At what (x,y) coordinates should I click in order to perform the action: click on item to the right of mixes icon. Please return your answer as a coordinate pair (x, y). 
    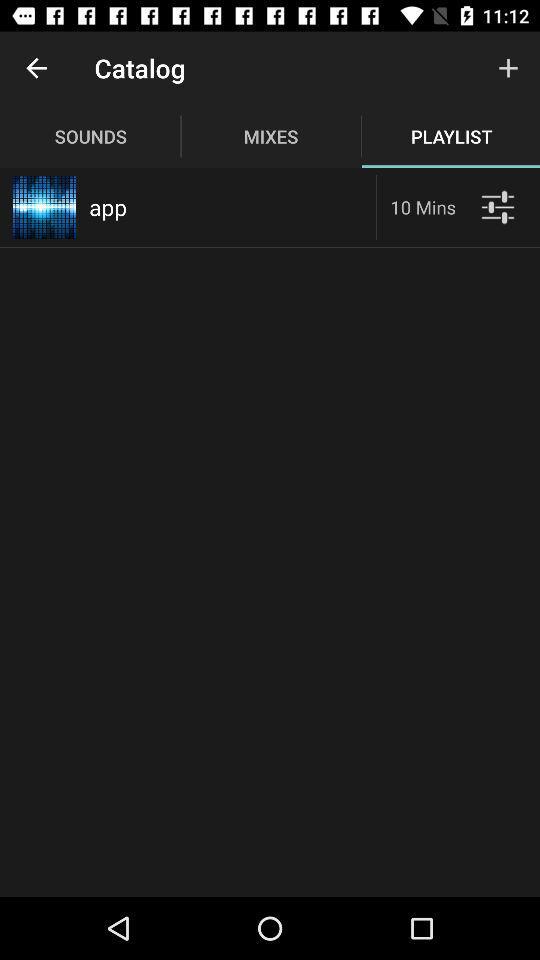
    Looking at the image, I should click on (508, 68).